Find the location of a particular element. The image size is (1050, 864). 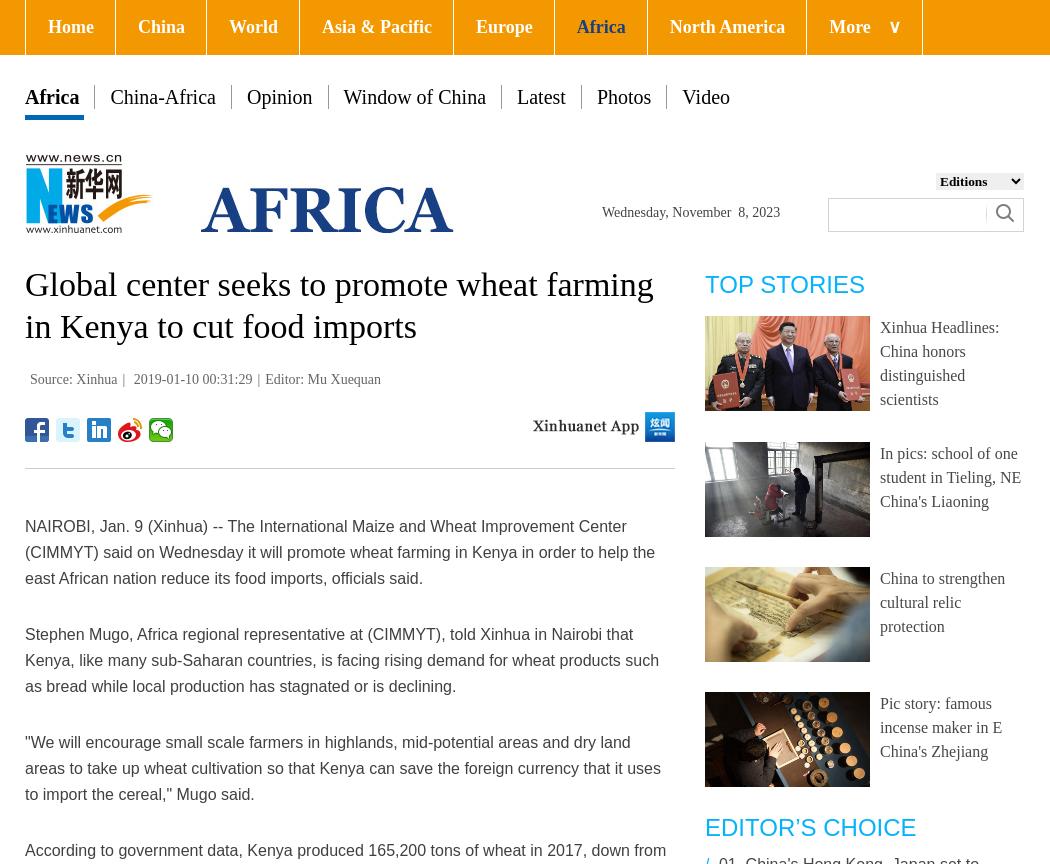

'Pic story: famous incense maker in E China's Zhejiang' is located at coordinates (940, 727).